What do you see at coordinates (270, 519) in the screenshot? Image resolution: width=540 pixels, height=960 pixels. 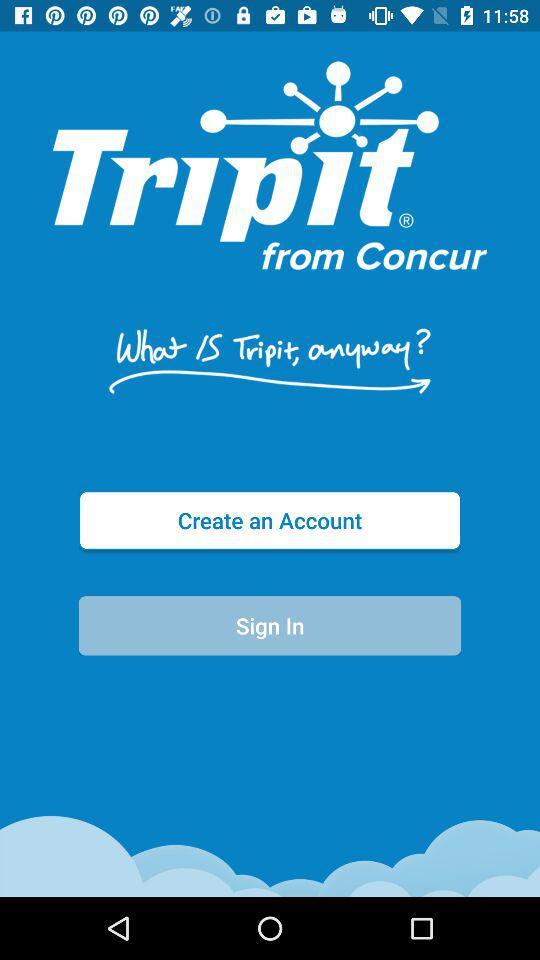 I see `the create an account item` at bounding box center [270, 519].